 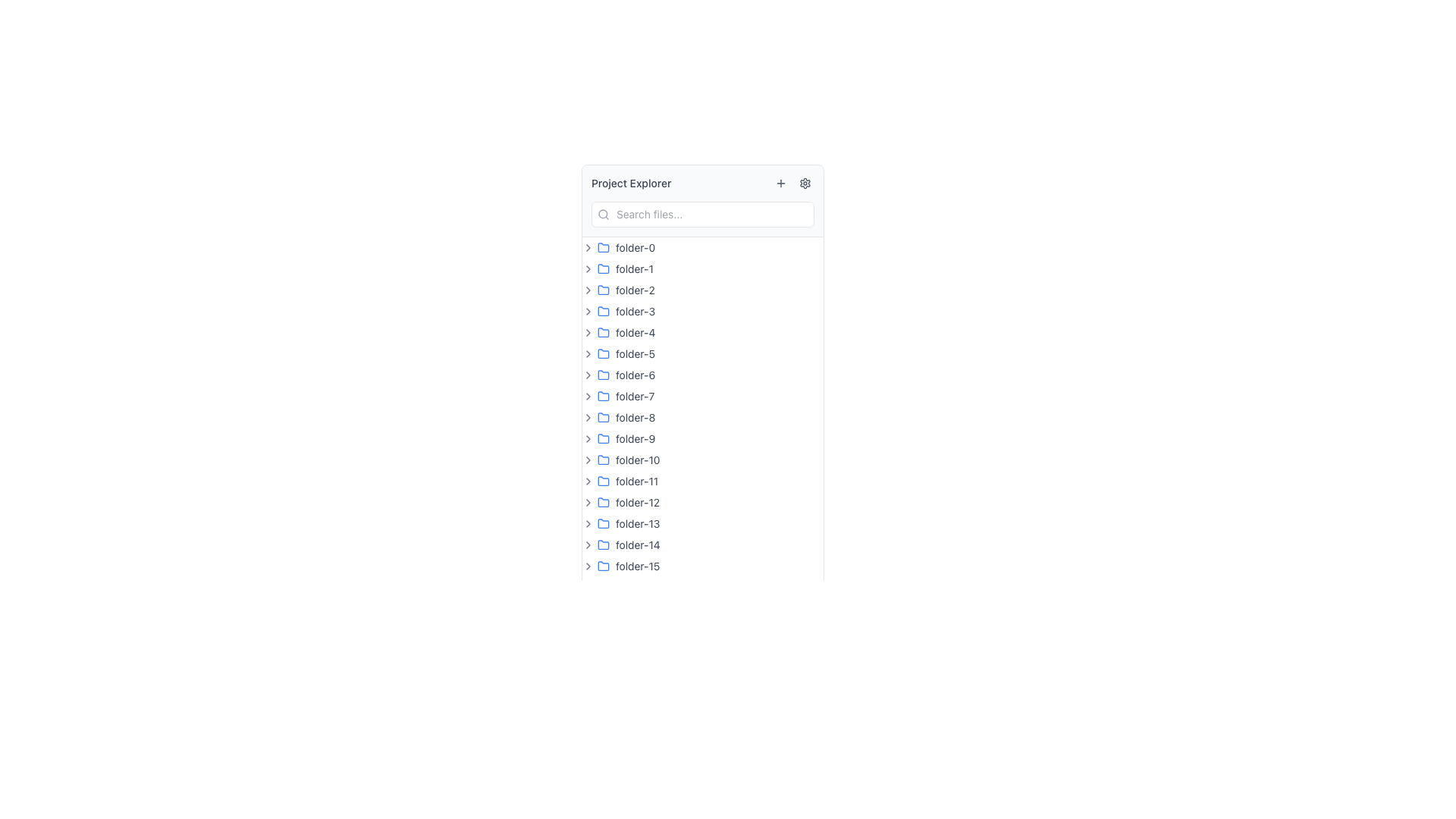 What do you see at coordinates (635, 375) in the screenshot?
I see `the text label denoting the folder named 'folder-6'` at bounding box center [635, 375].